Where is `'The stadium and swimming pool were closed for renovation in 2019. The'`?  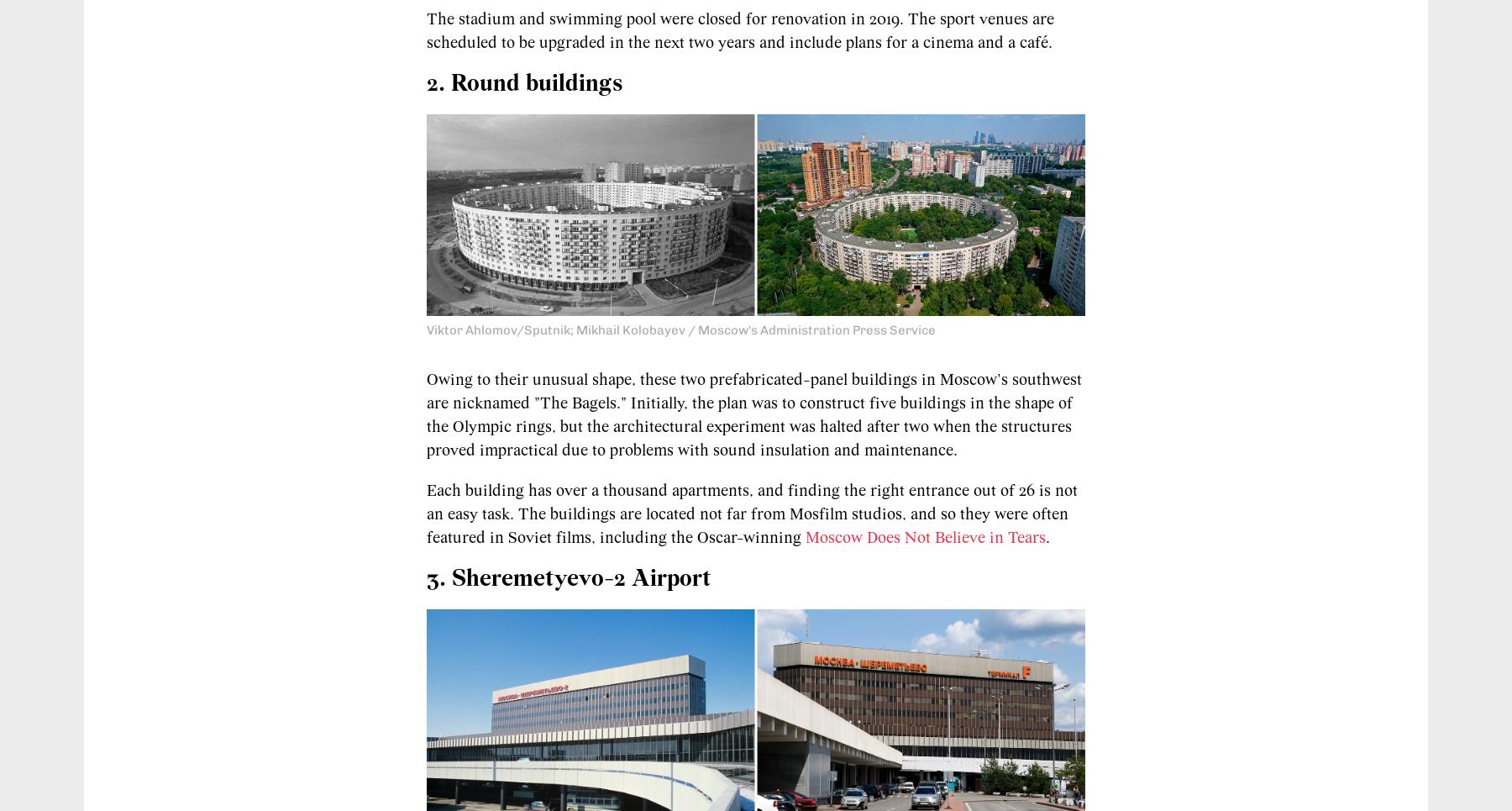 'The stadium and swimming pool were closed for renovation in 2019. The' is located at coordinates (425, 18).